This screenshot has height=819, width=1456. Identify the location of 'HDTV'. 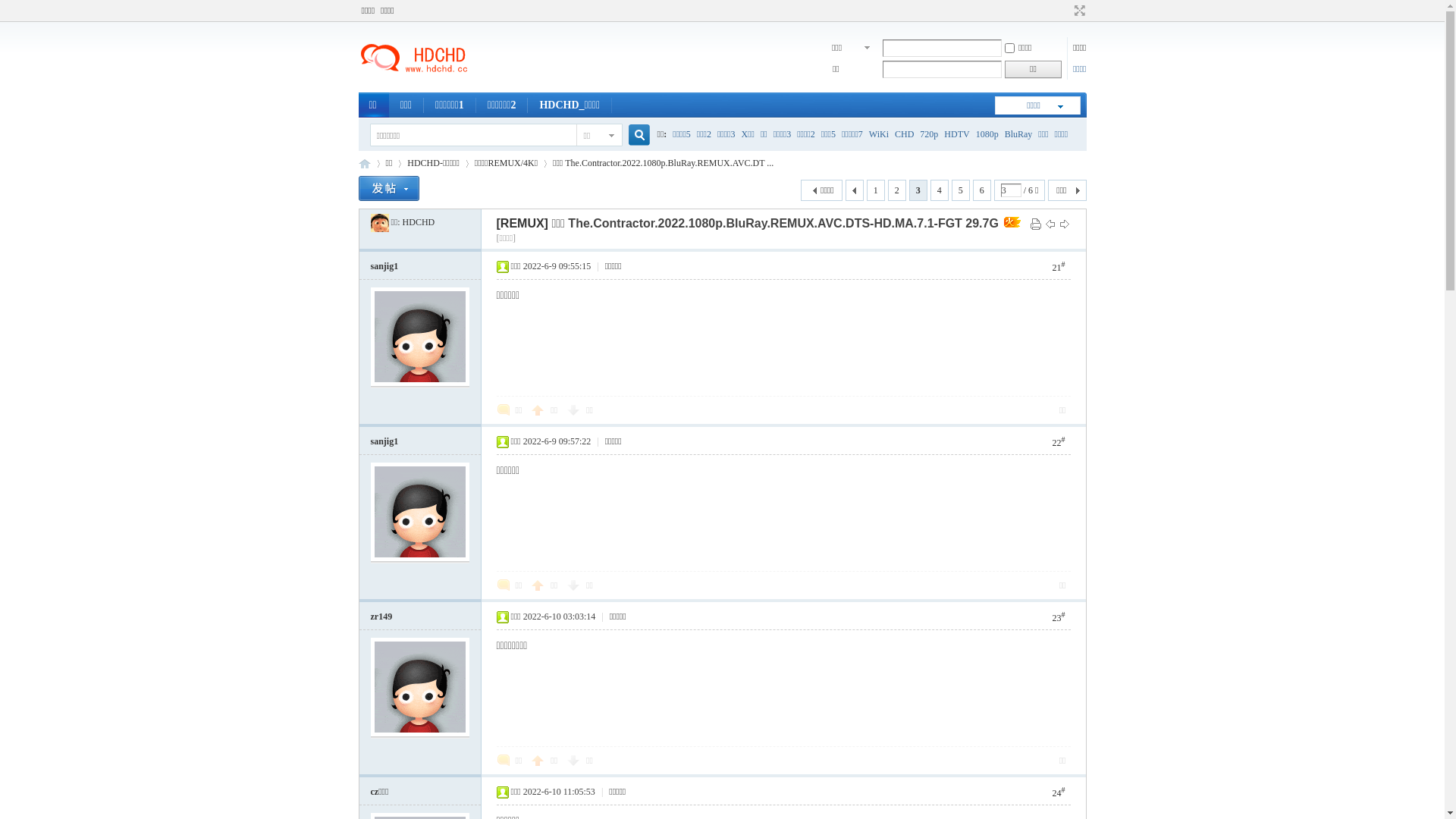
(955, 133).